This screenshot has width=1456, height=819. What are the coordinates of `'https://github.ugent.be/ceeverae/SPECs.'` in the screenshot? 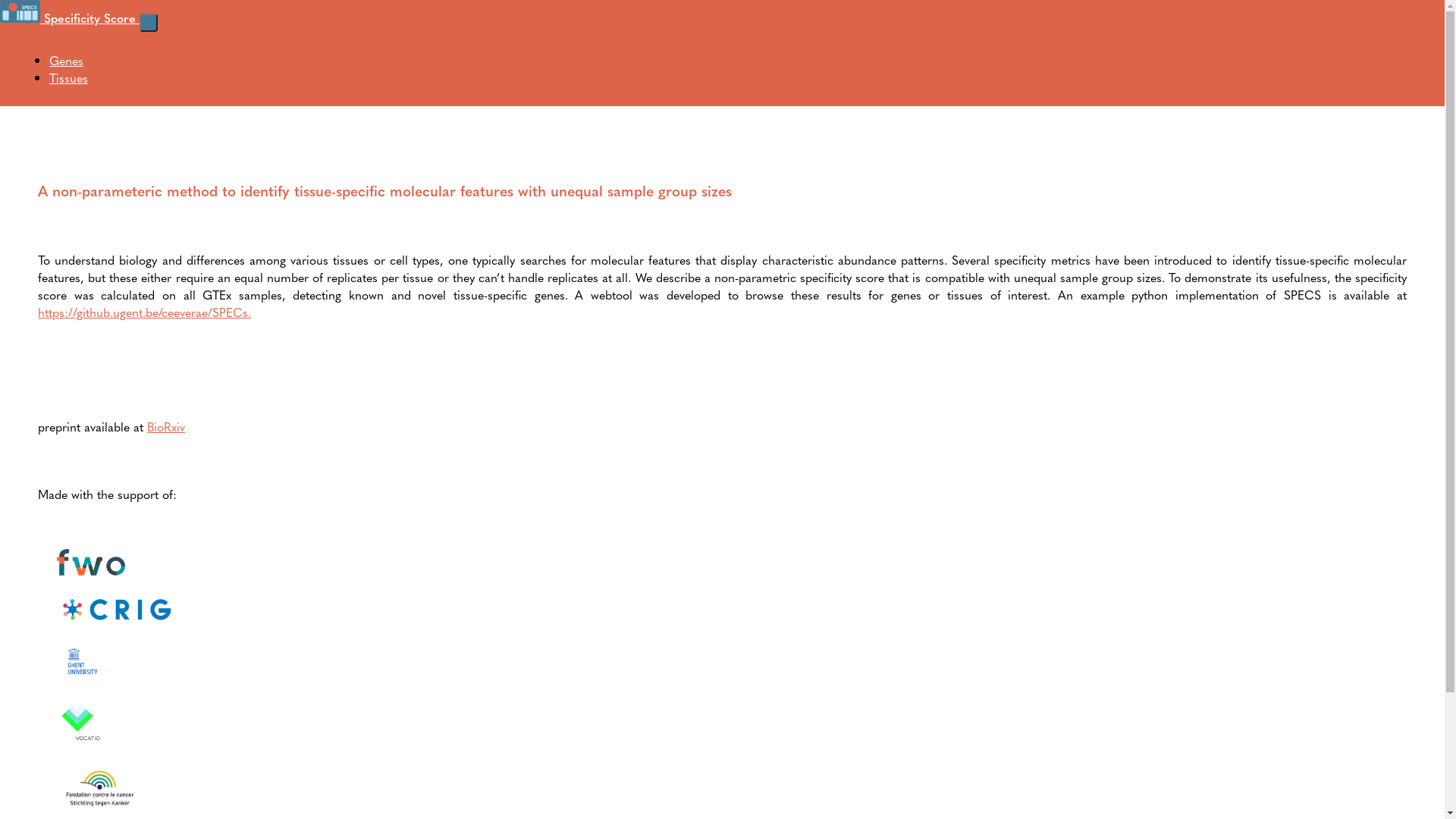 It's located at (144, 311).